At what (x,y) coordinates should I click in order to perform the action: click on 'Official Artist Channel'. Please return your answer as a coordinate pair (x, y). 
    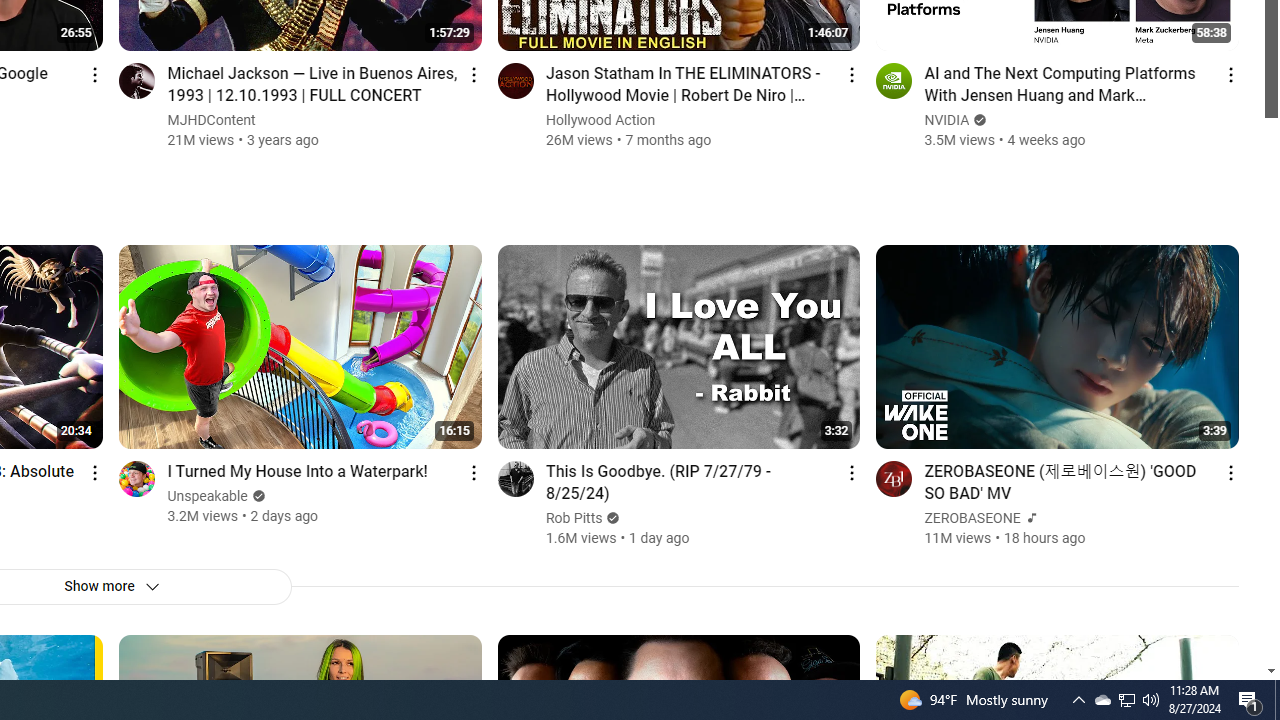
    Looking at the image, I should click on (1029, 517).